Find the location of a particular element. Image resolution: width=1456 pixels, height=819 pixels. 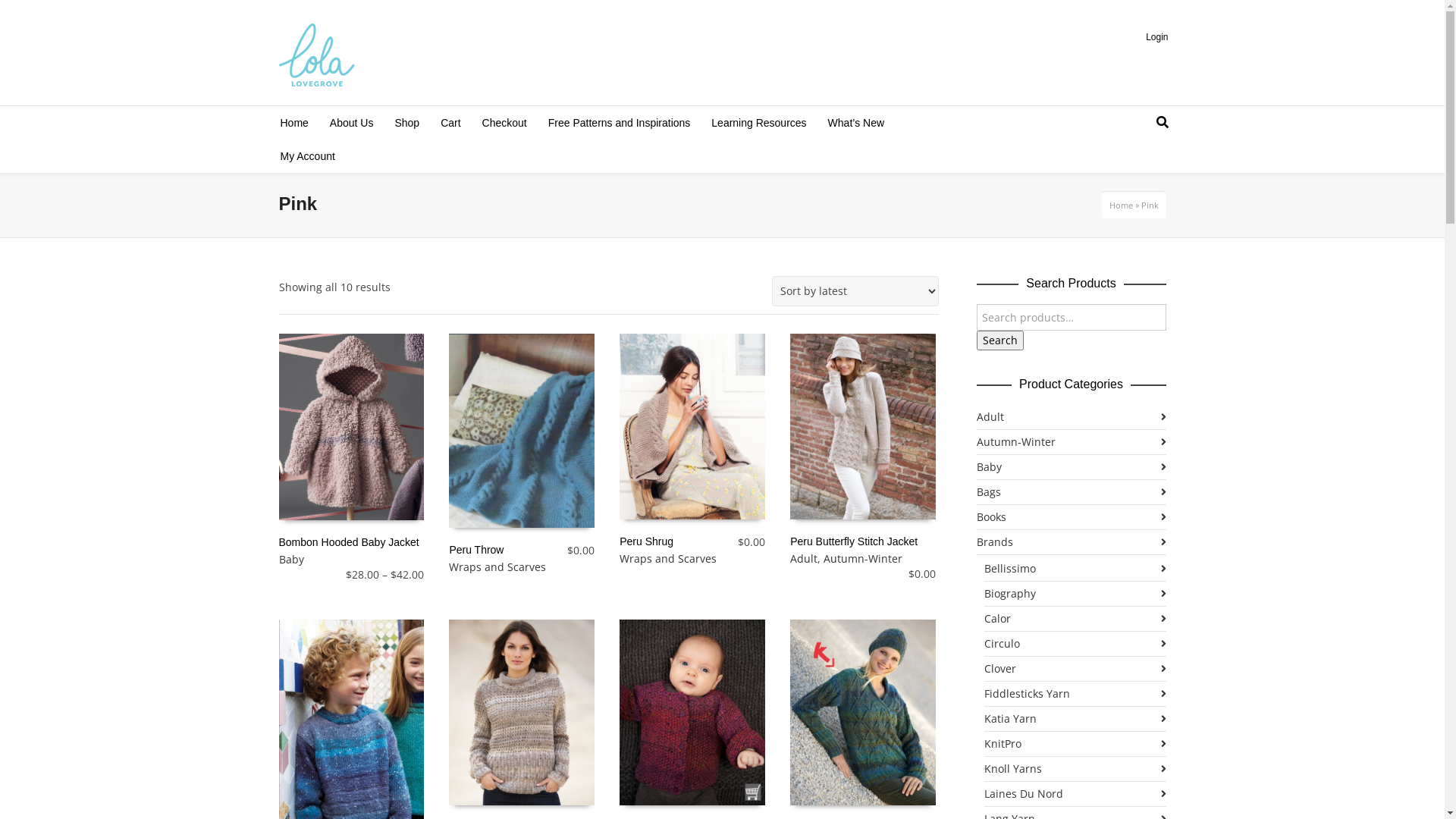

'Cart' is located at coordinates (450, 122).